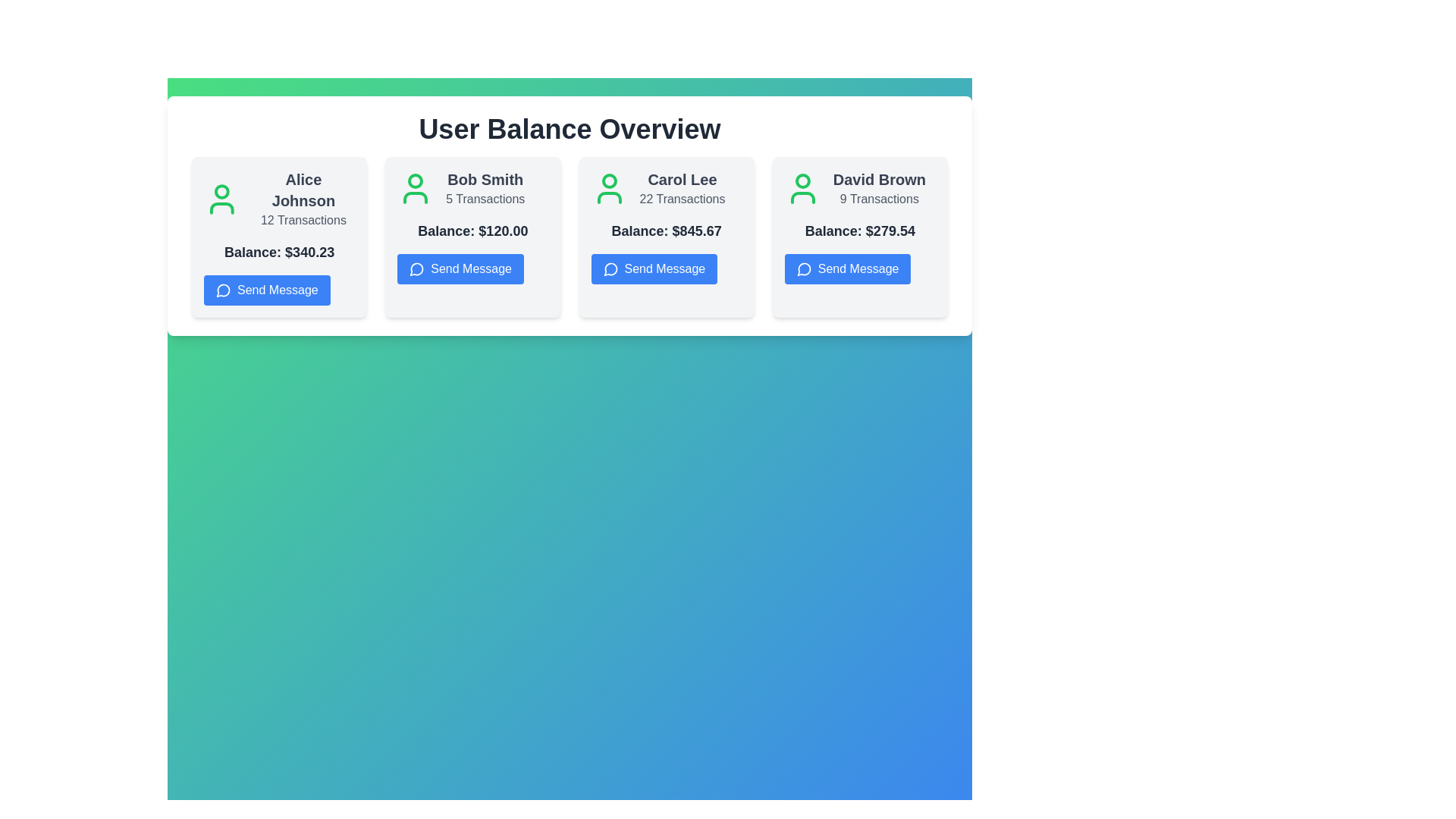  I want to click on the circular blue speech bubble icon within the 'Send Message' button under Carol Lee's profile card, so click(610, 268).